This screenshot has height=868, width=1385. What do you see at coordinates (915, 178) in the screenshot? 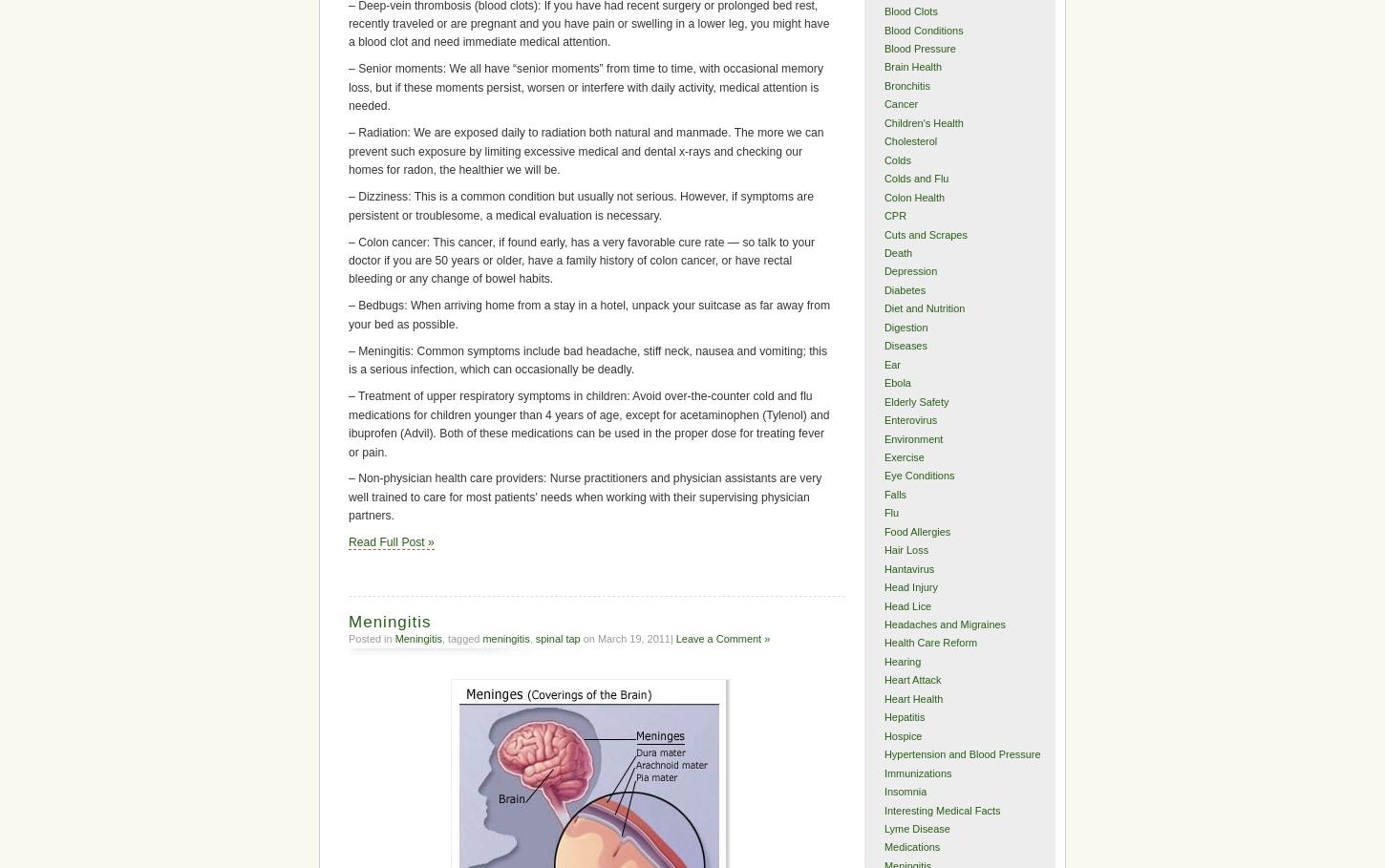
I see `'Colds and Flu'` at bounding box center [915, 178].